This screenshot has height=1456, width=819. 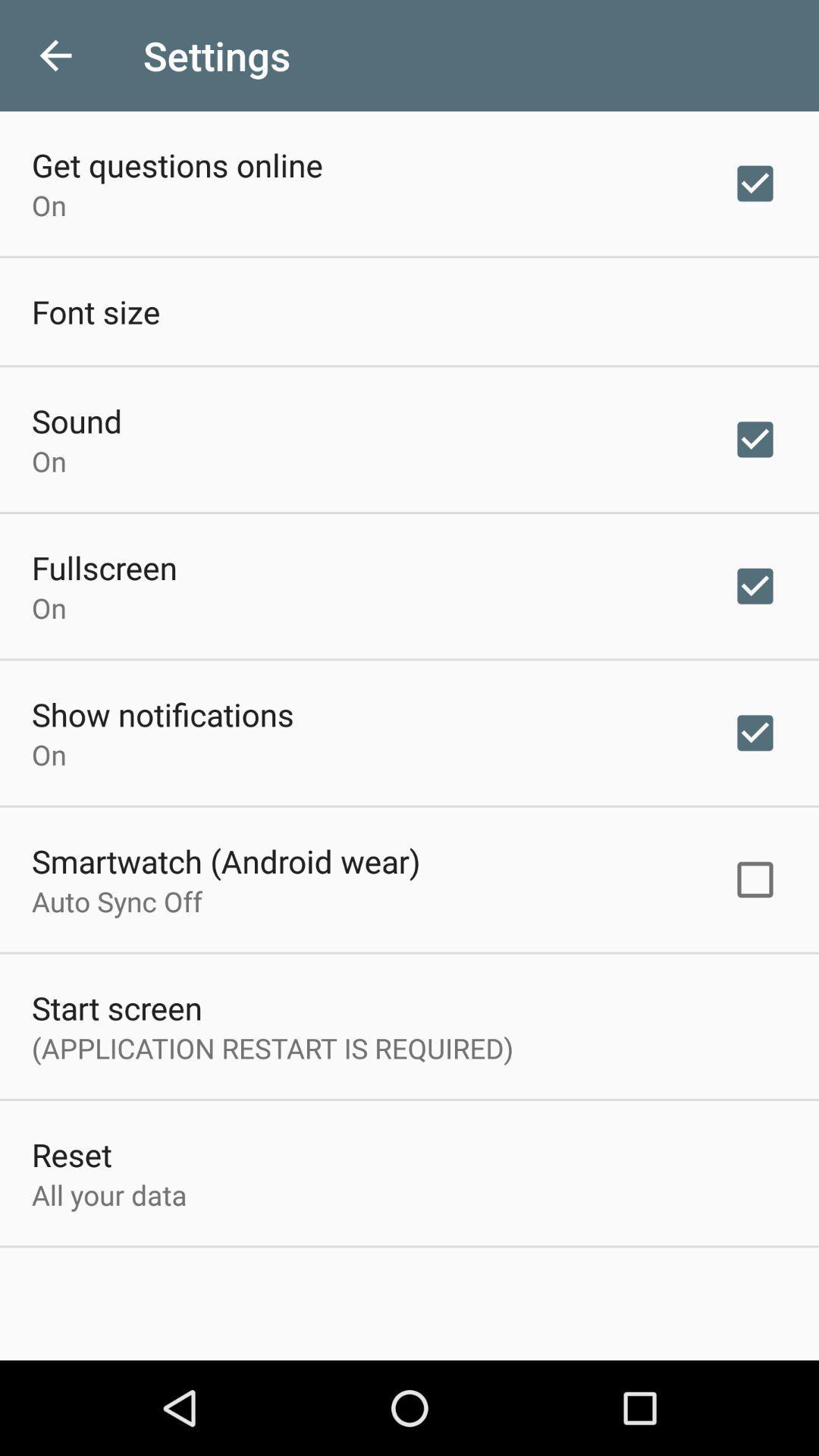 I want to click on the fullscreen, so click(x=104, y=566).